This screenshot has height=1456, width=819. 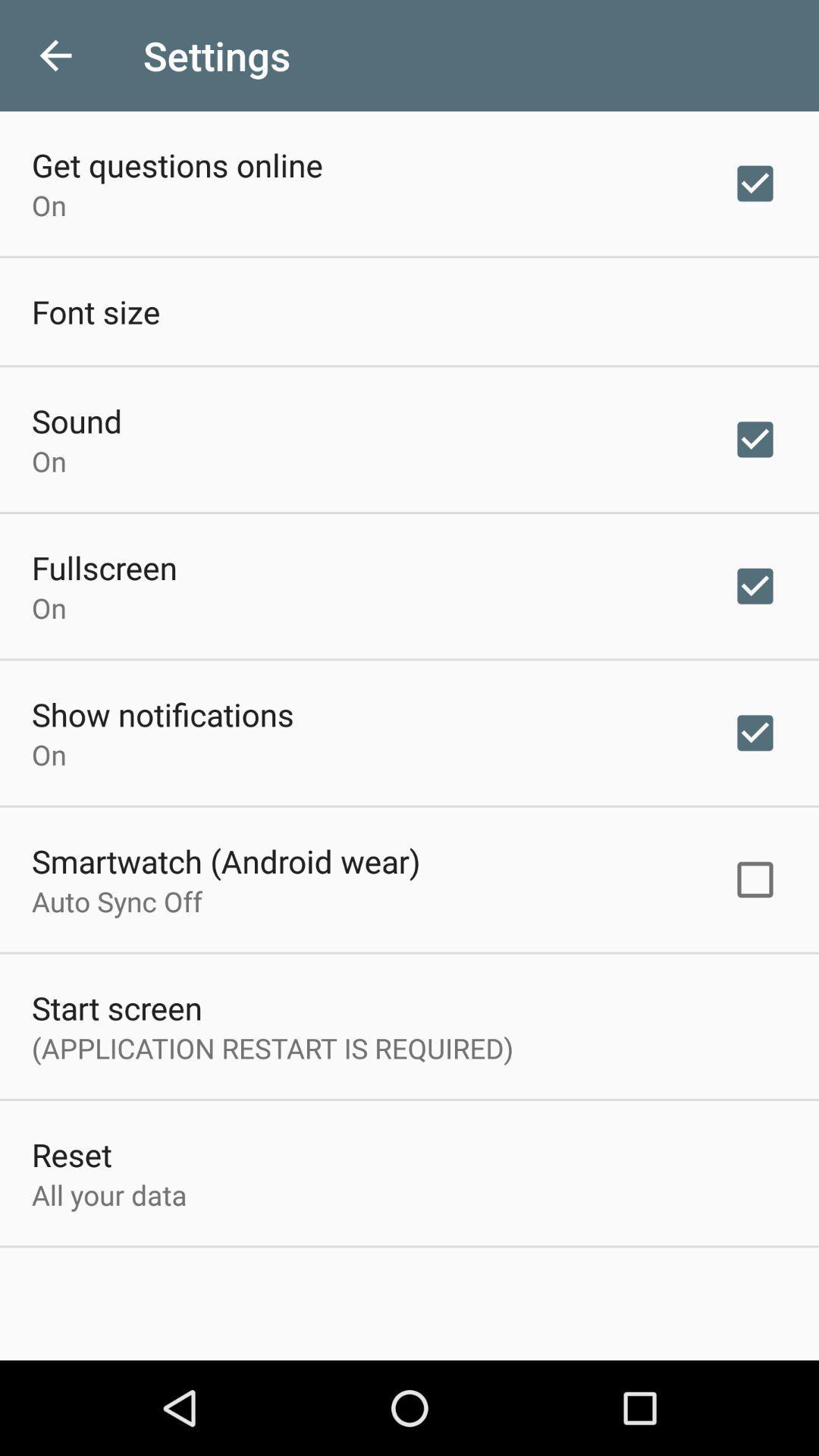 I want to click on the fullscreen, so click(x=104, y=566).